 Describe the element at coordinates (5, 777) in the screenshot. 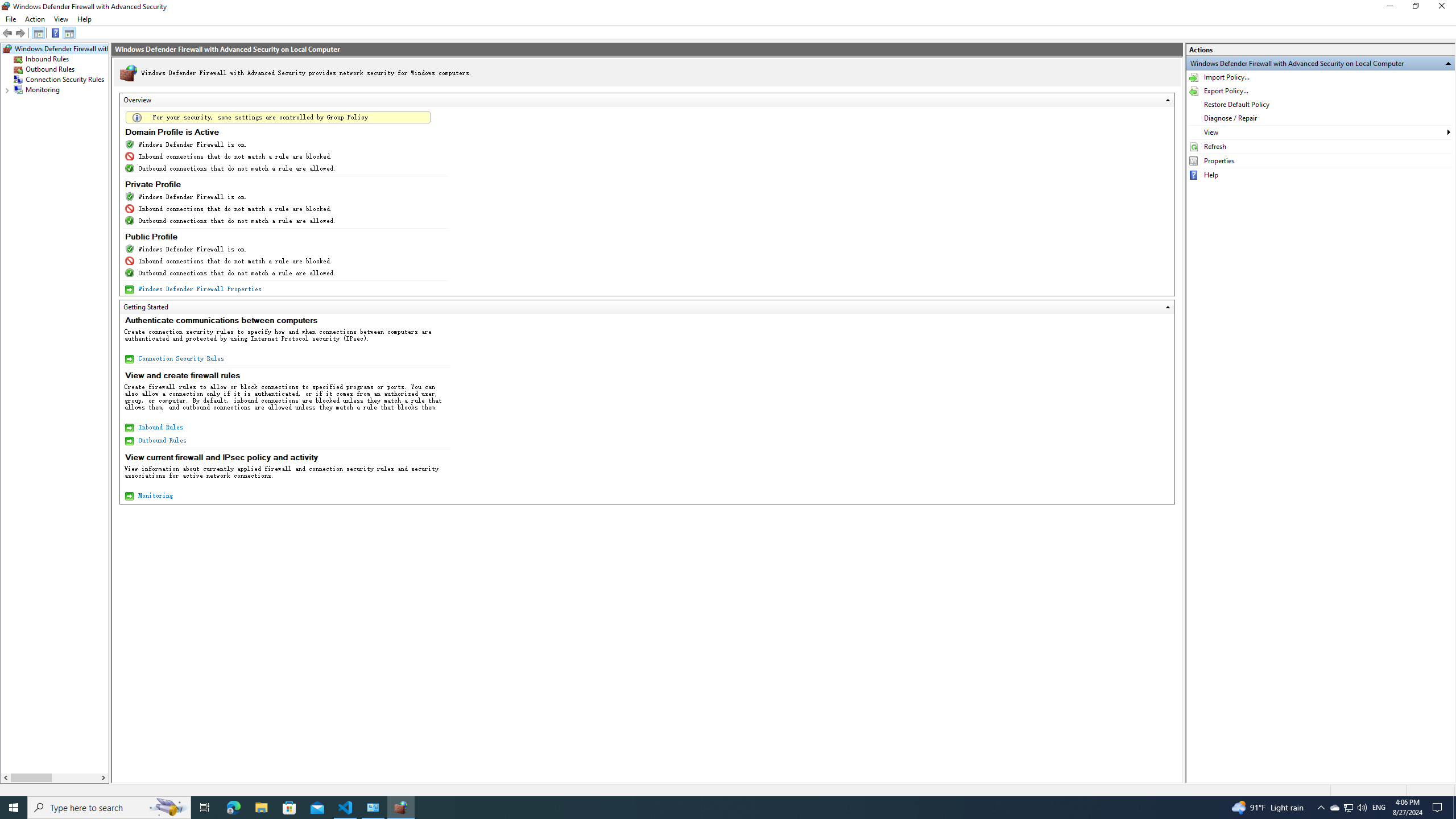

I see `'Column left'` at that location.